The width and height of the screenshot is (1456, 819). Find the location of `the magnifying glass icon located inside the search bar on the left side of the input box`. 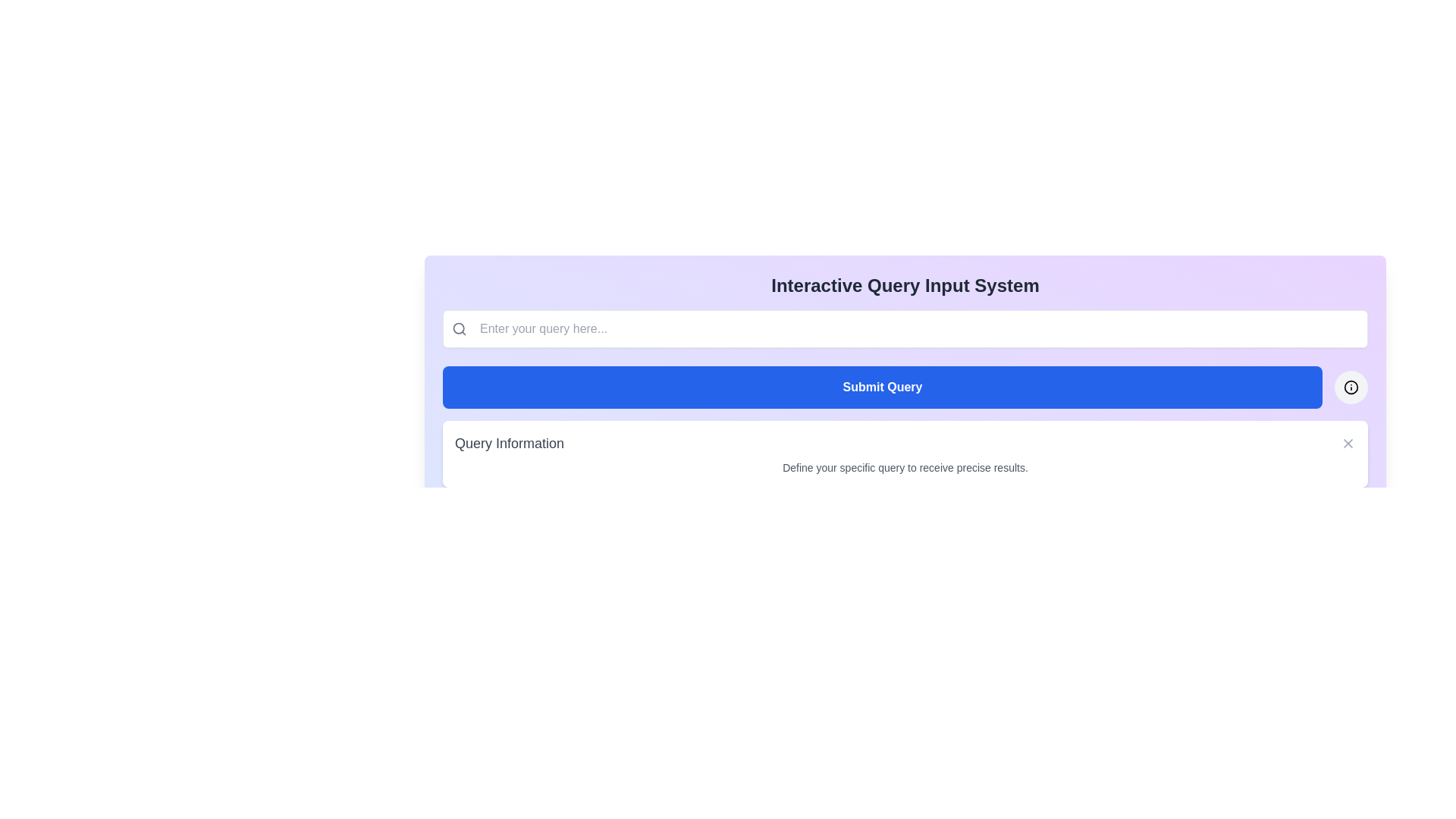

the magnifying glass icon located inside the search bar on the left side of the input box is located at coordinates (458, 328).